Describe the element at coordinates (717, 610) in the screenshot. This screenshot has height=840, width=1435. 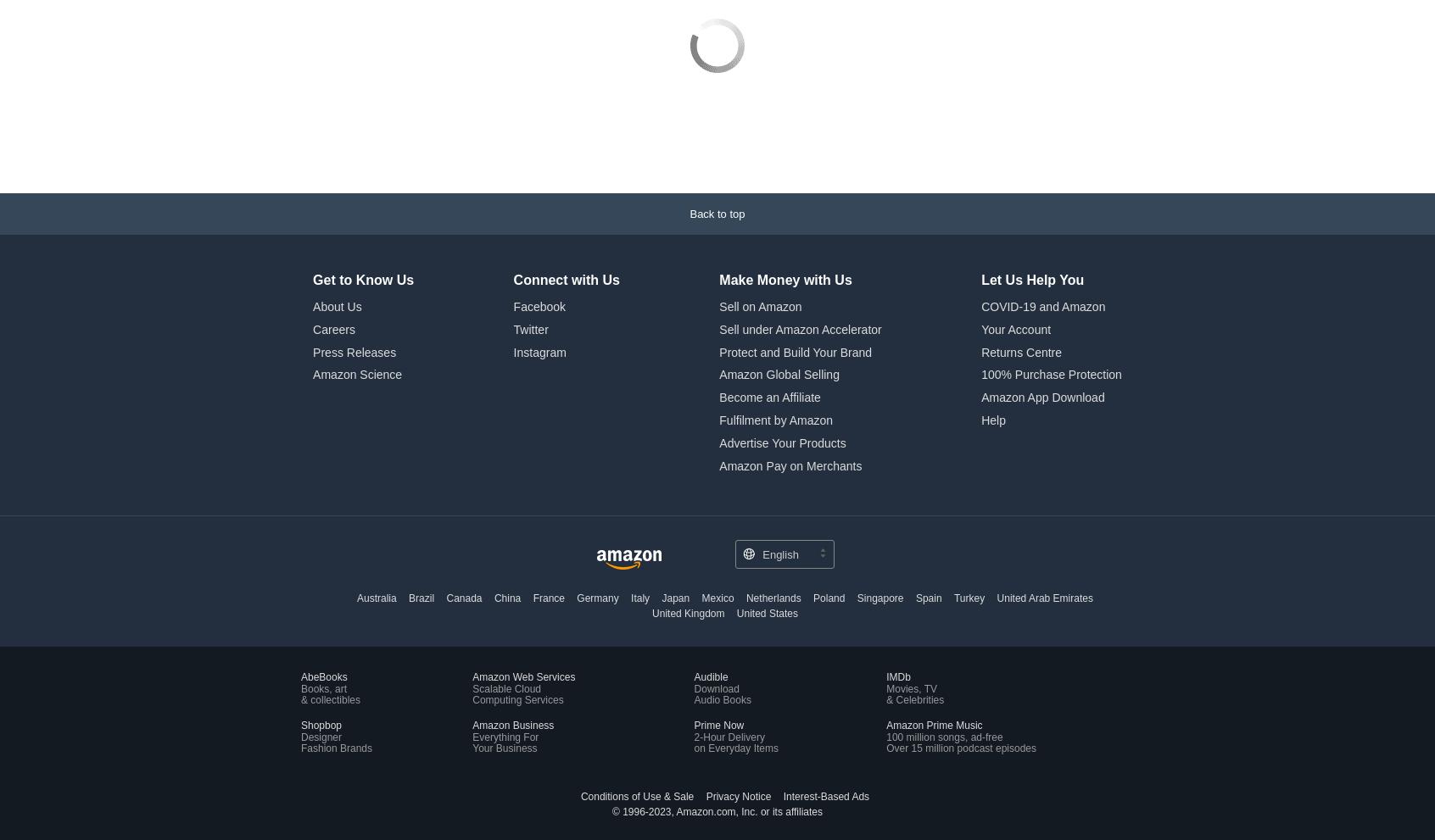
I see `'Prime Now'` at that location.